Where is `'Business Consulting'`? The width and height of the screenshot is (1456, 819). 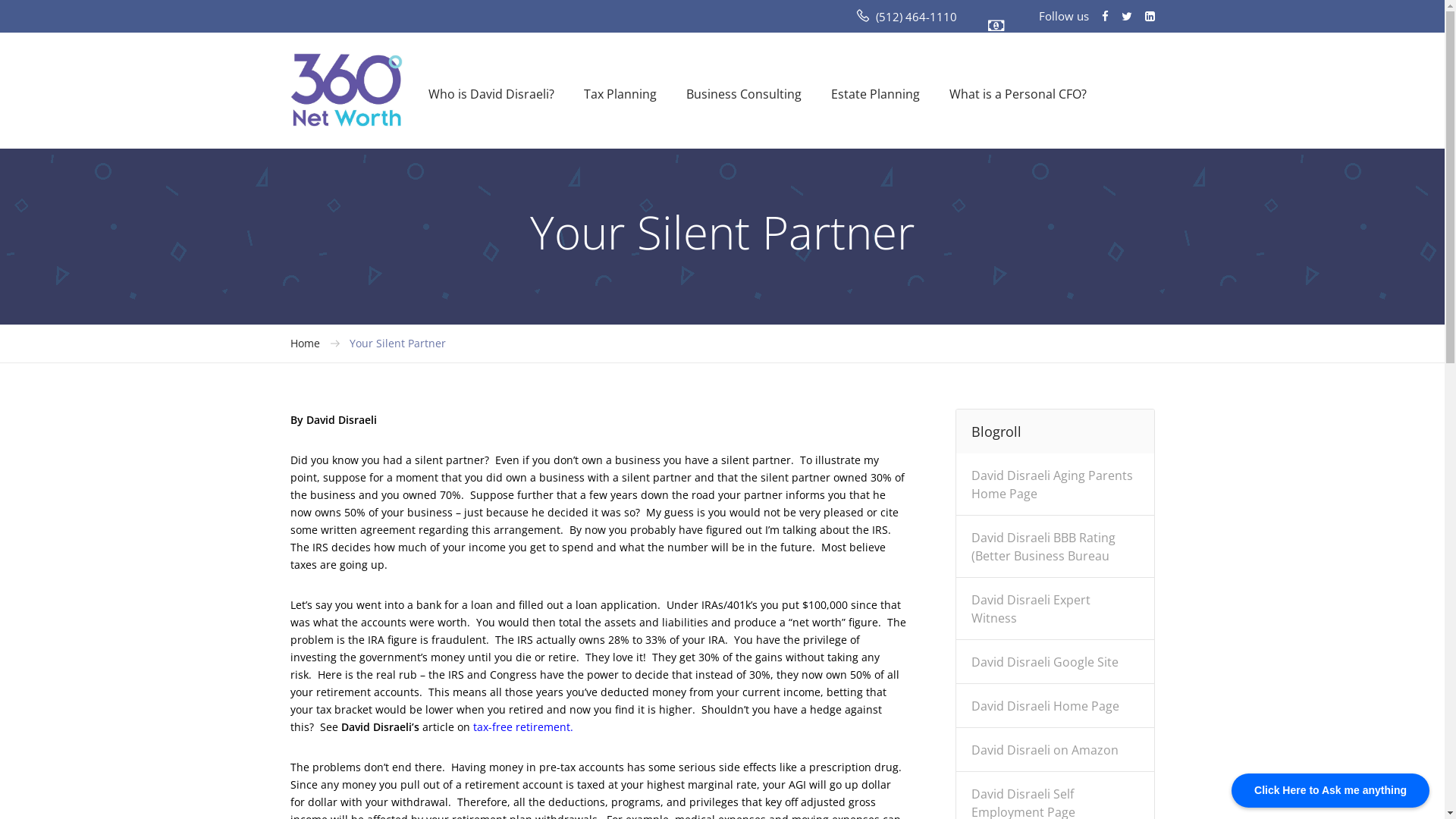
'Business Consulting' is located at coordinates (742, 93).